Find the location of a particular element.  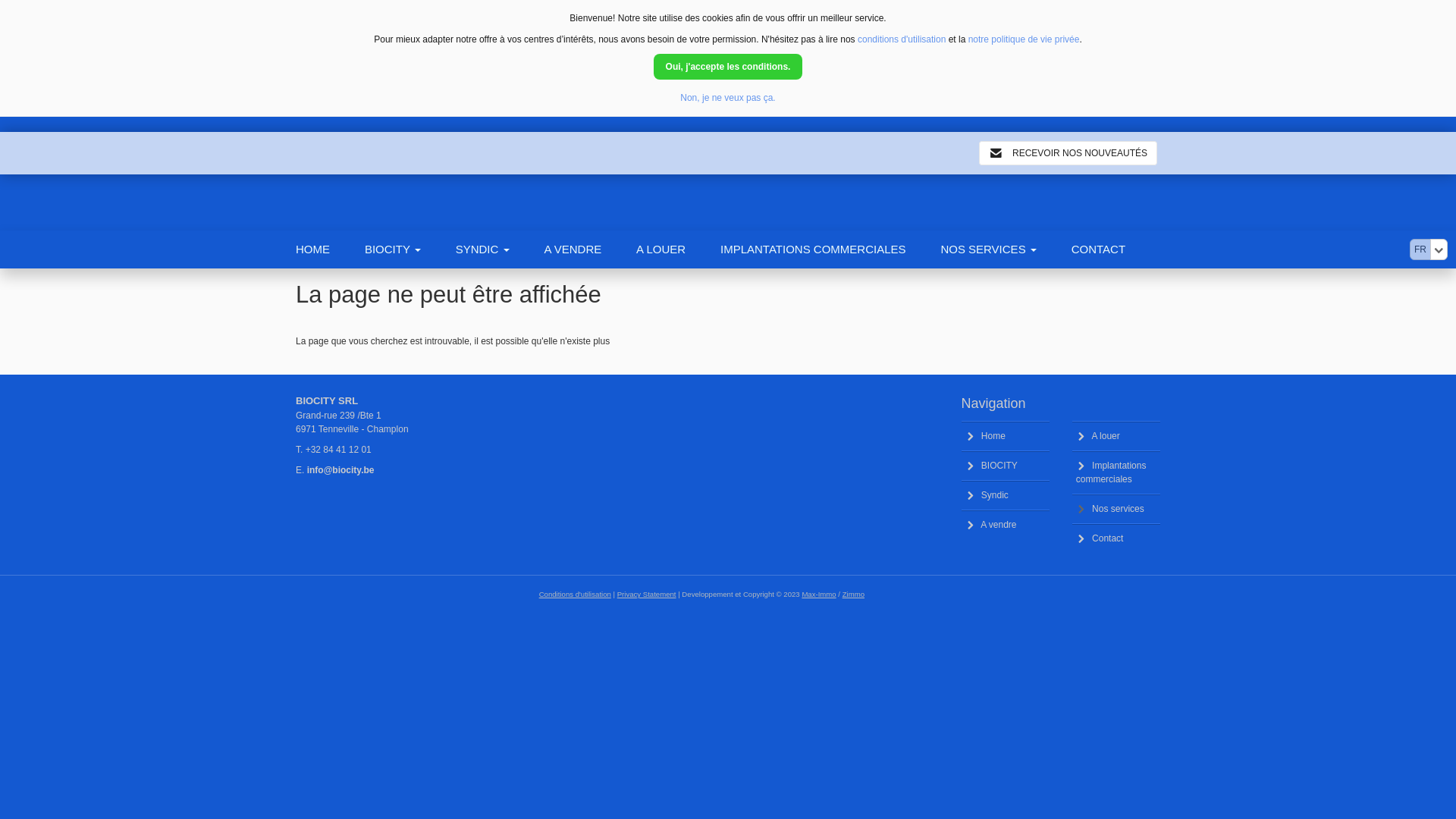

'SYNDIC' is located at coordinates (500, 248).